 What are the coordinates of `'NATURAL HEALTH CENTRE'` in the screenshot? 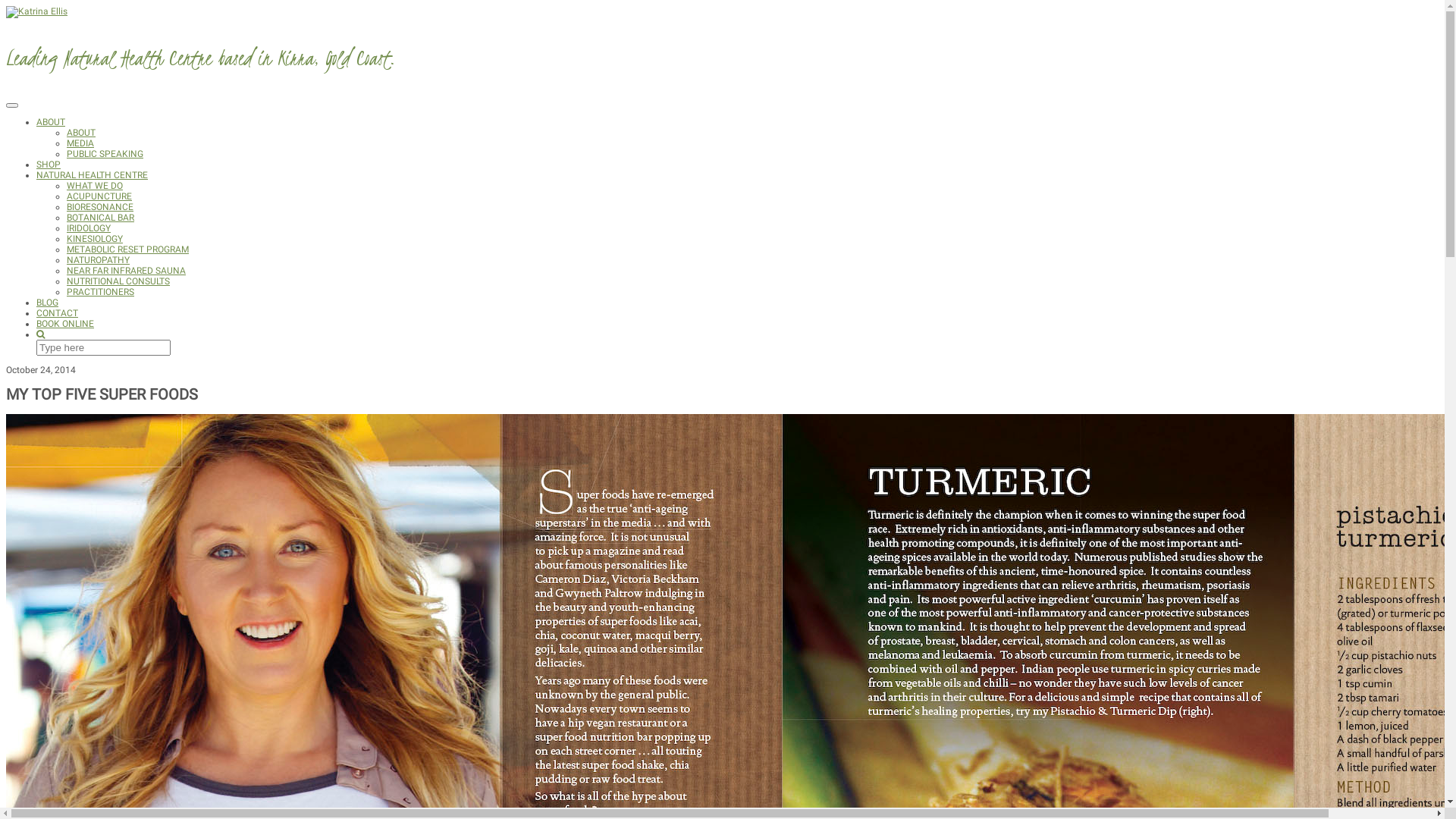 It's located at (36, 174).